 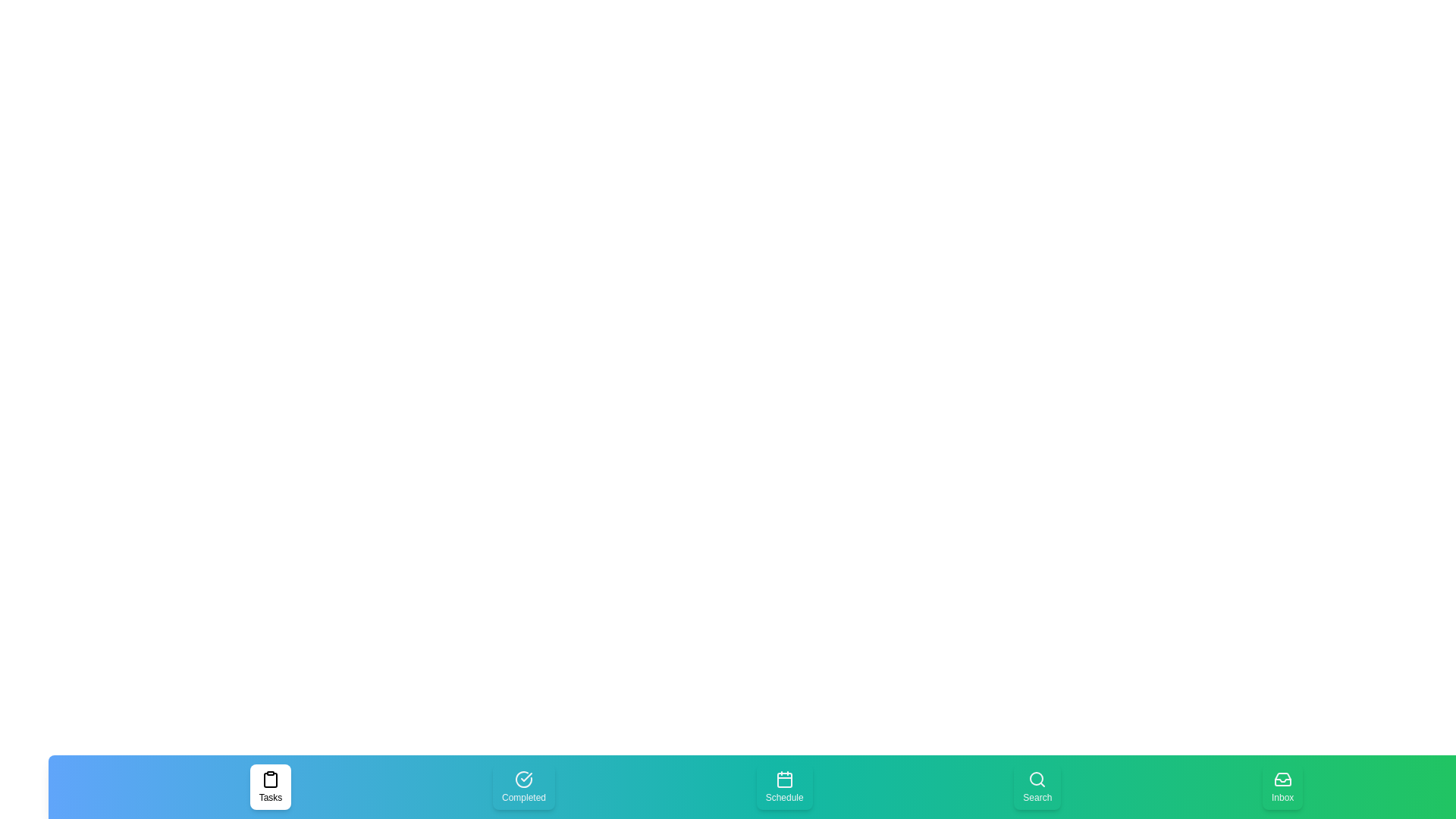 What do you see at coordinates (1037, 786) in the screenshot?
I see `the tab labeled Search` at bounding box center [1037, 786].